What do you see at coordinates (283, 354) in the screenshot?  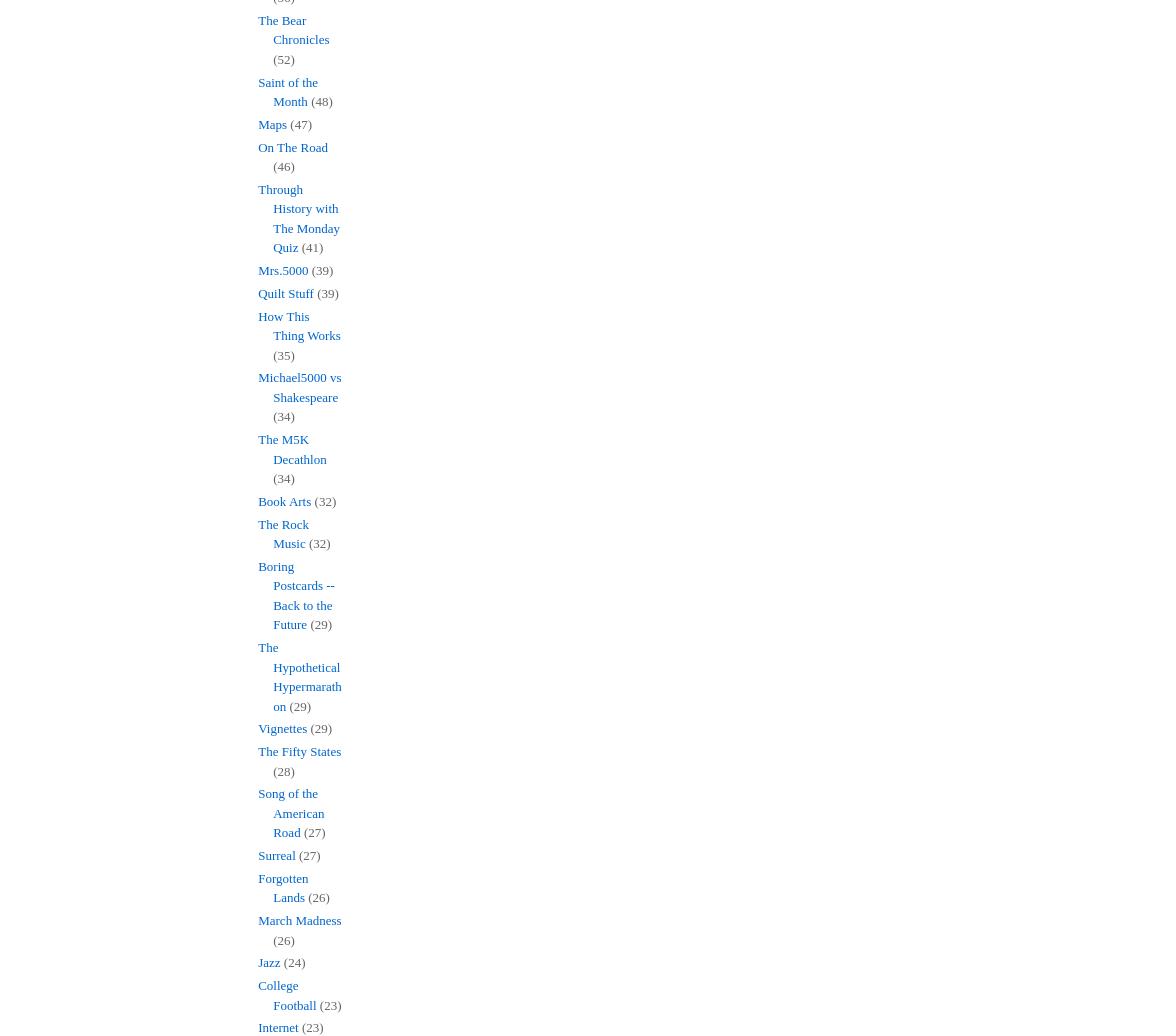 I see `'(35)'` at bounding box center [283, 354].